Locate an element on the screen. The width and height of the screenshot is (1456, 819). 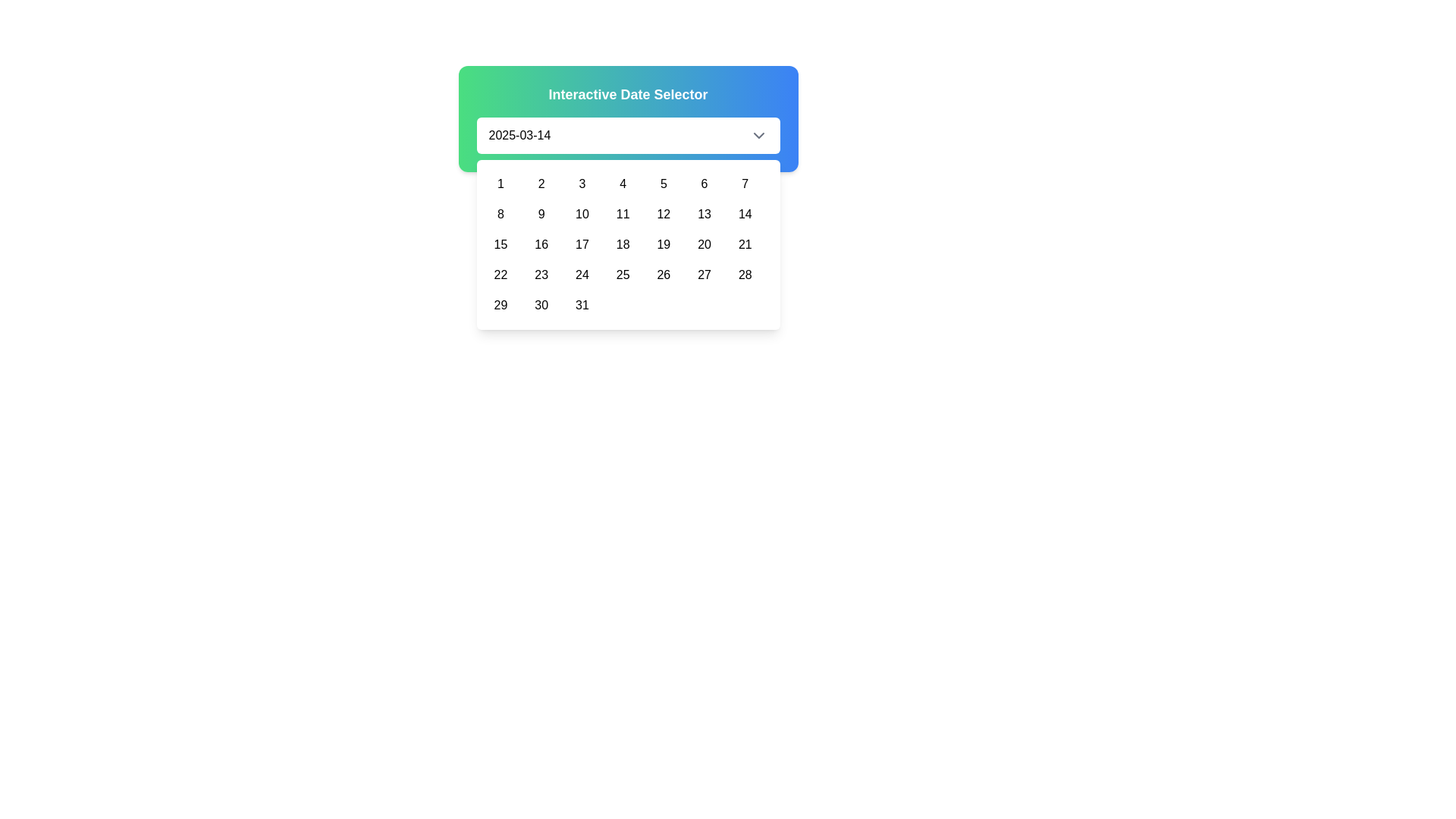
a date from the dropdown in the Interactive Date Selector, which features a green to blue gradient background and displays the date '2025-03-14' is located at coordinates (628, 118).